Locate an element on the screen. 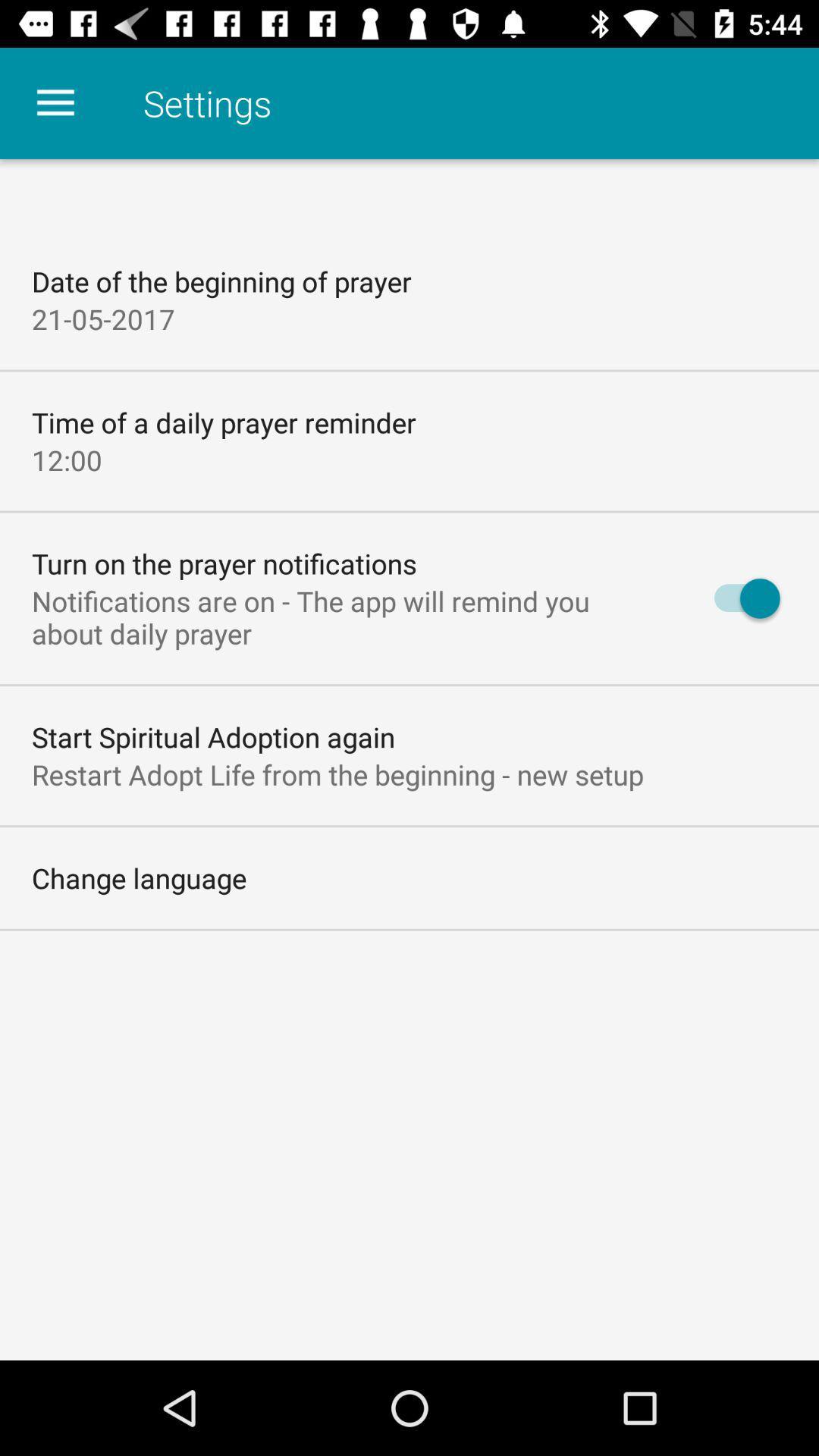 The image size is (819, 1456). the icon to the left of settings item is located at coordinates (55, 102).